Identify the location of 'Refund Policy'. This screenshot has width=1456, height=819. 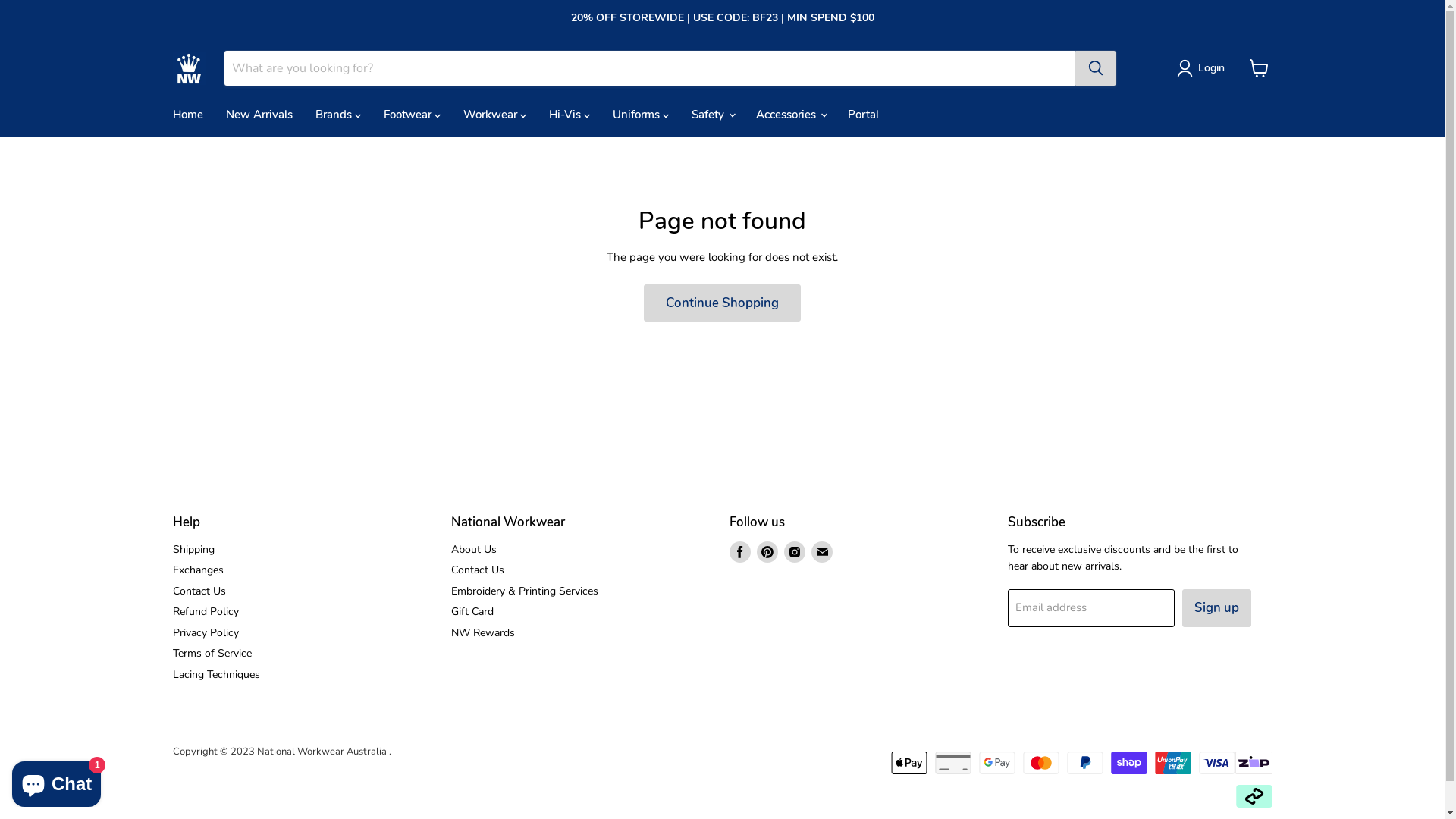
(205, 610).